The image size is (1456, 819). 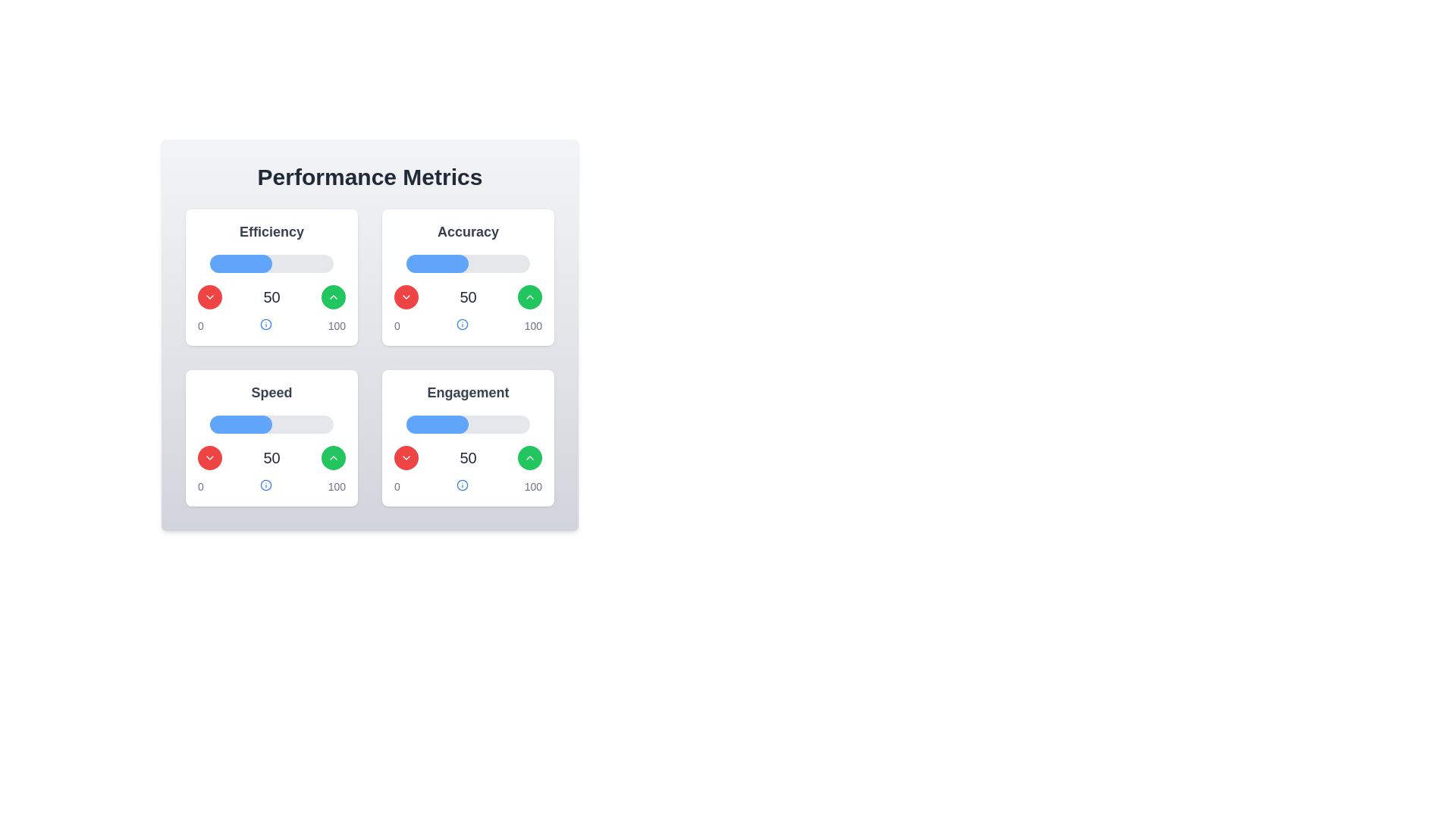 I want to click on the circular button with a red background and white text located in the top row under the 'Accuracy' column, so click(x=406, y=297).